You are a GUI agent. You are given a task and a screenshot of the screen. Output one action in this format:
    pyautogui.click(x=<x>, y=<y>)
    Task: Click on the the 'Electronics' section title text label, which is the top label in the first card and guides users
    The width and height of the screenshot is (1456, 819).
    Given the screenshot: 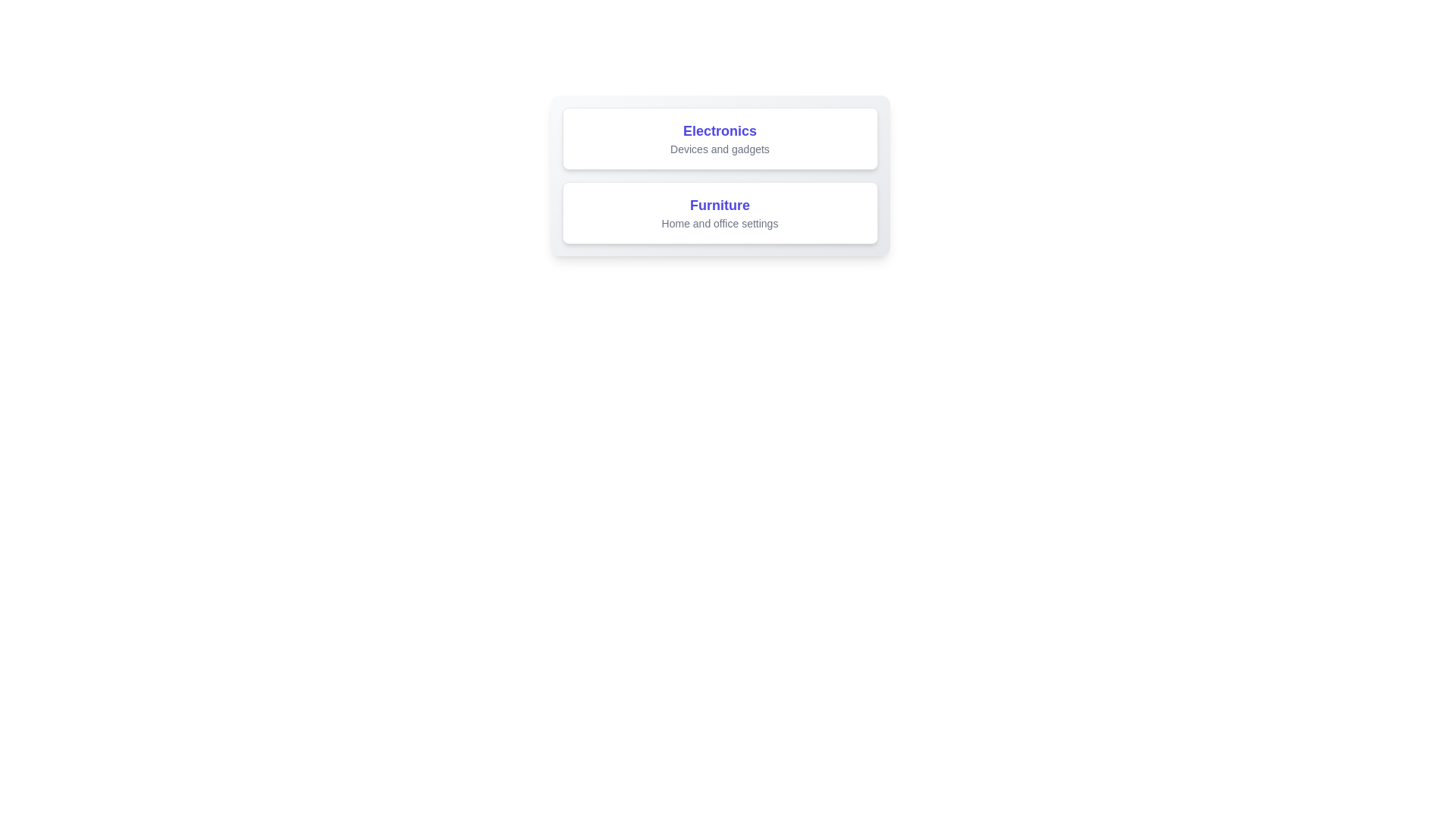 What is the action you would take?
    pyautogui.click(x=719, y=130)
    